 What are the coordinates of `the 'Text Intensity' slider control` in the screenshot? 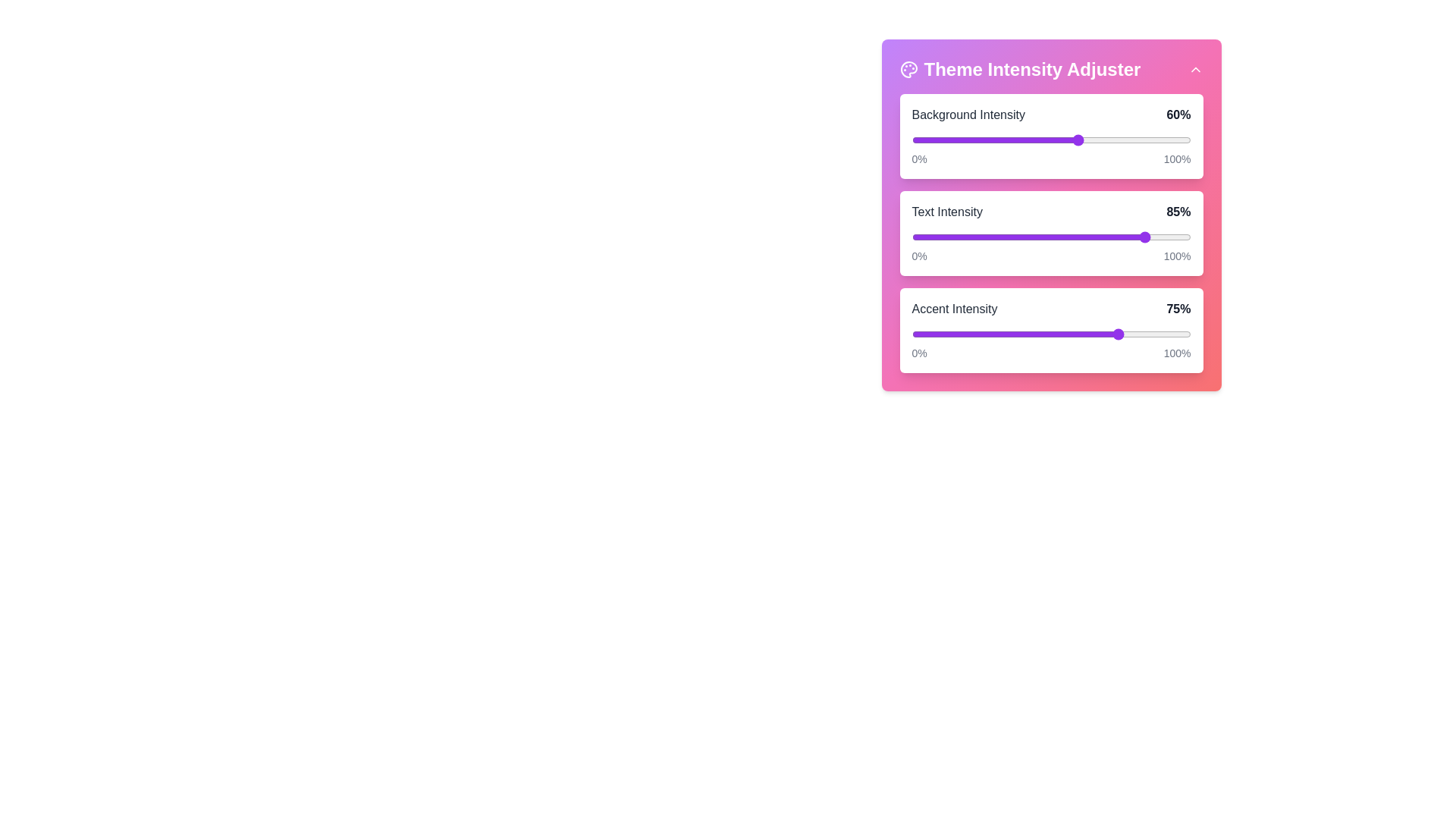 It's located at (1050, 234).